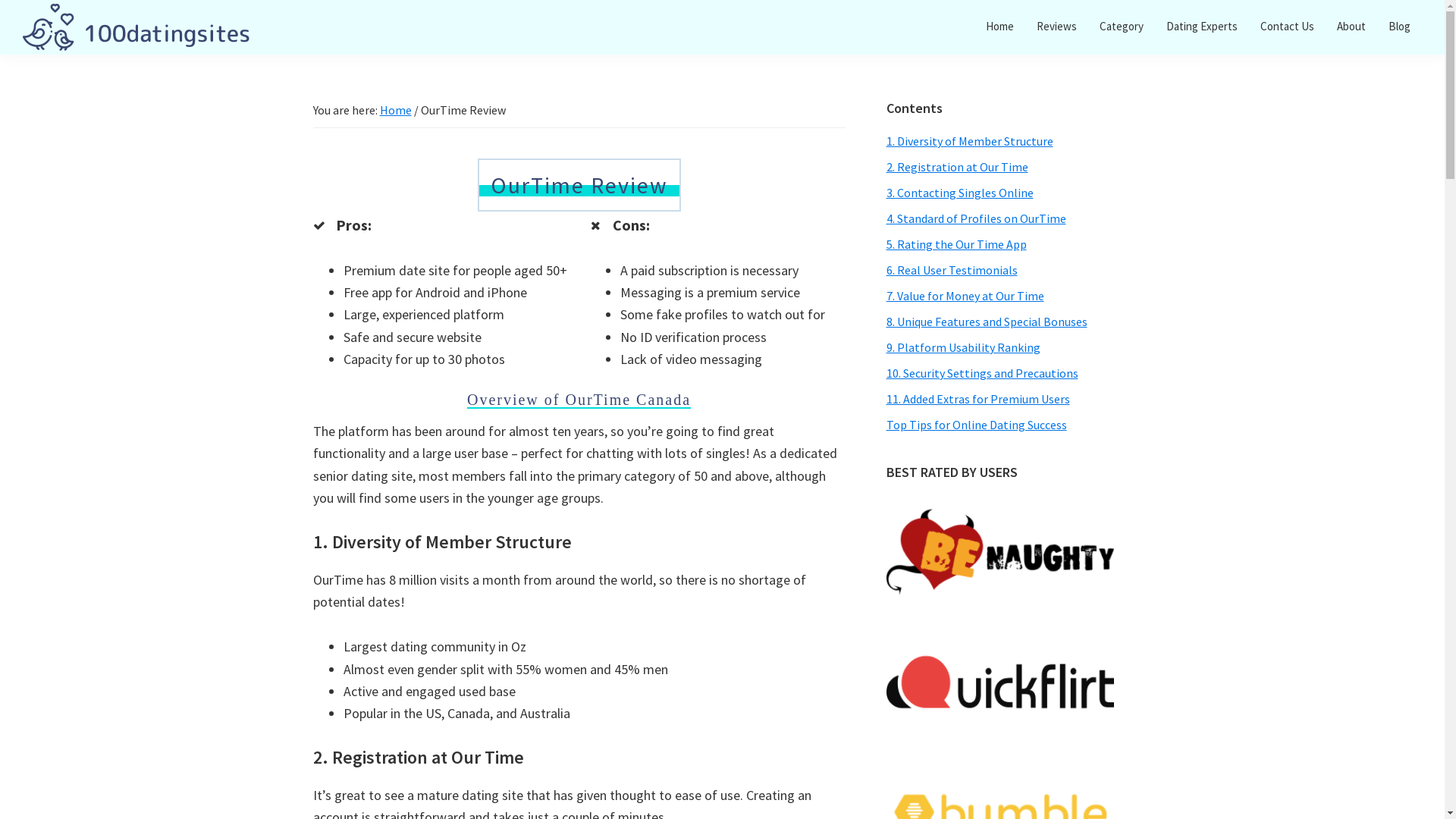  I want to click on '7. Value for Money at Our Time', so click(964, 295).